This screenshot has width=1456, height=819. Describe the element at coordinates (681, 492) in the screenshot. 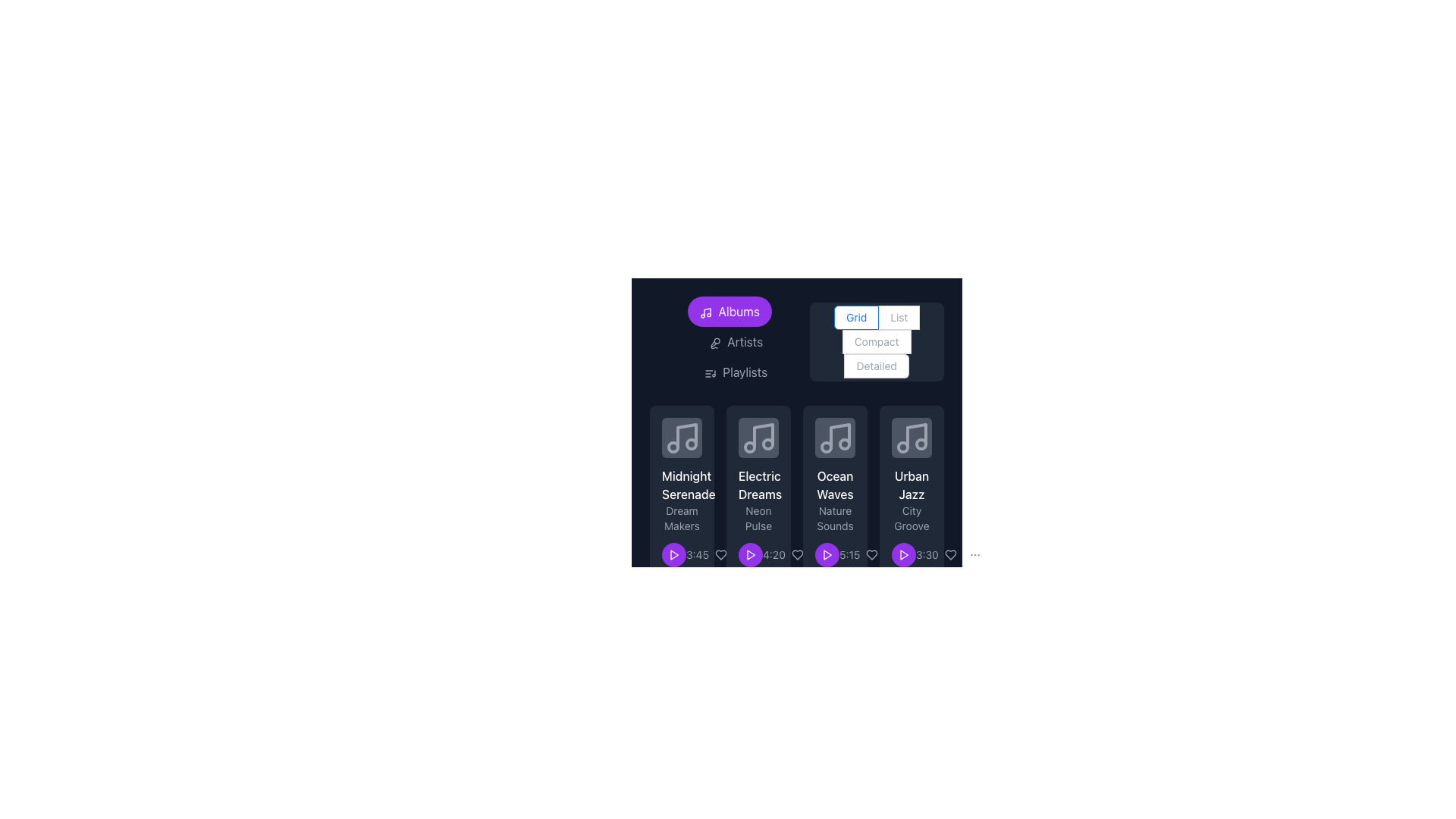

I see `the first music track card located at the top-left of the grid layout to read the song information` at that location.